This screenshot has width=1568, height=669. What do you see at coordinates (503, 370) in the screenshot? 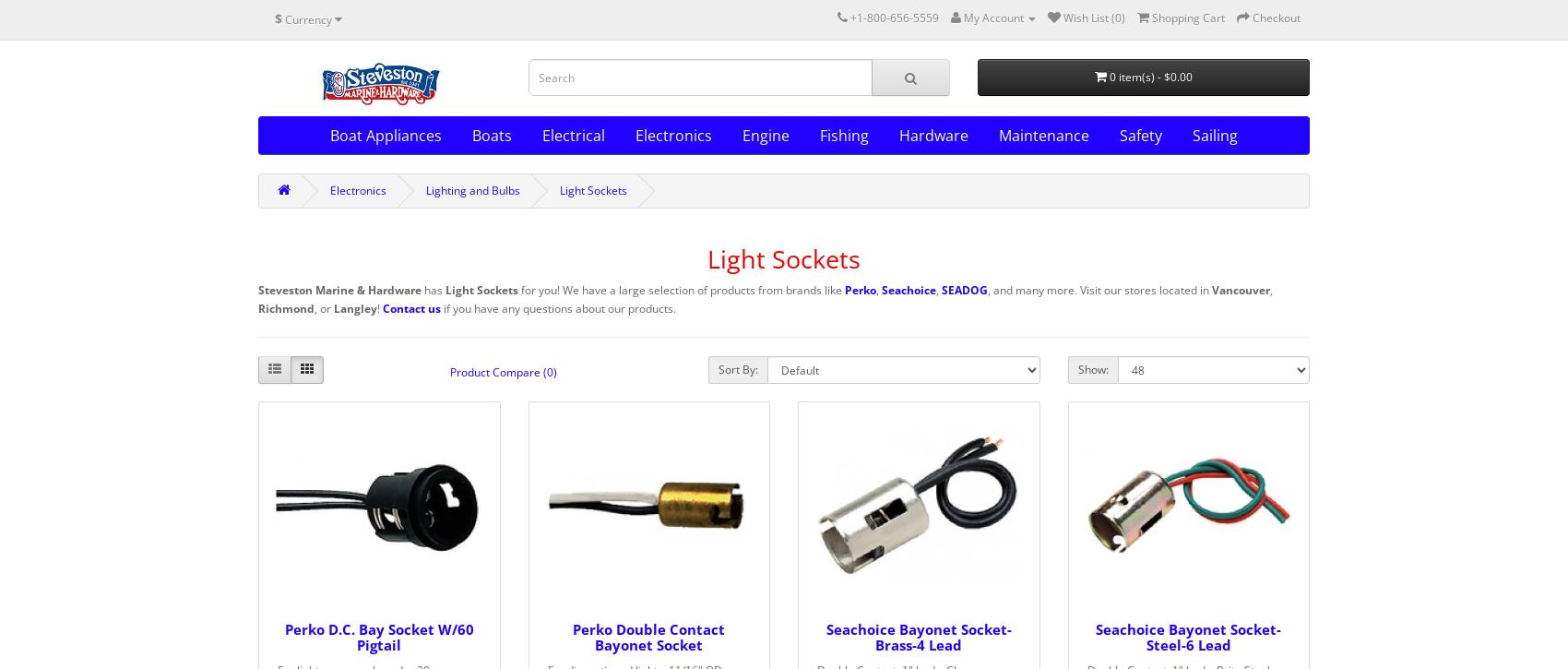
I see `'Product Compare (0)'` at bounding box center [503, 370].